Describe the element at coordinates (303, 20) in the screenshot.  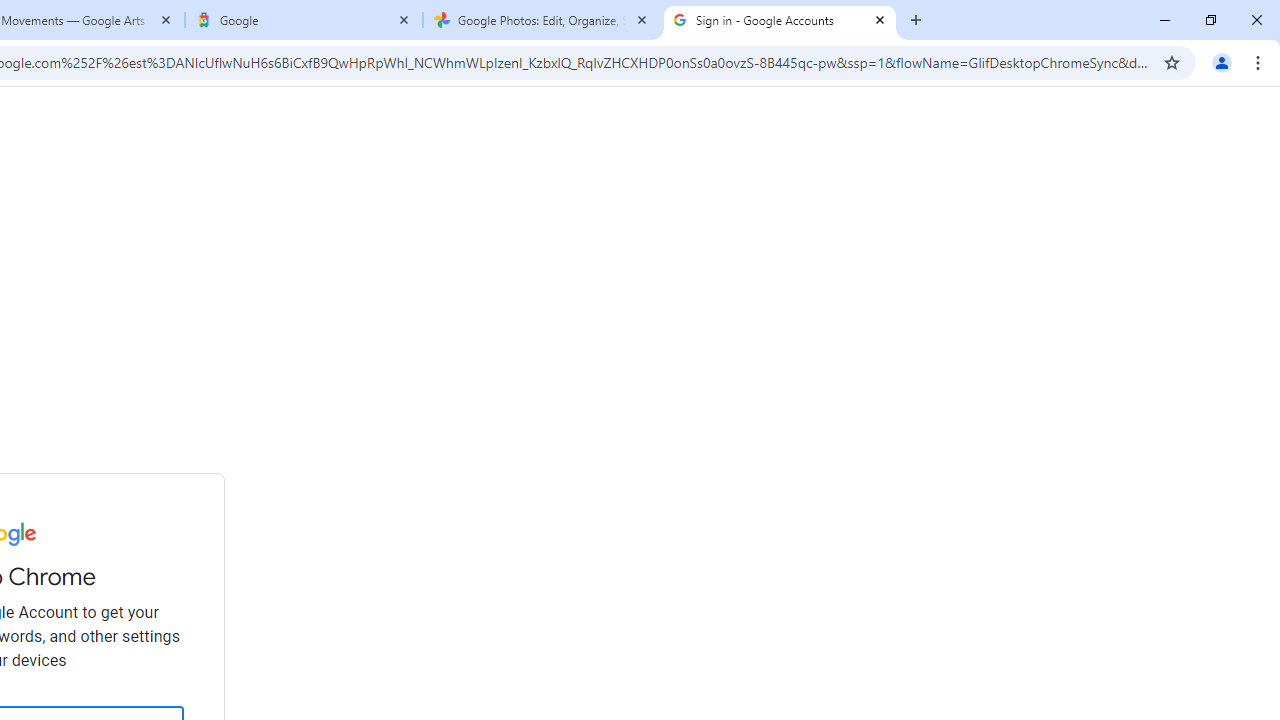
I see `'Google'` at that location.